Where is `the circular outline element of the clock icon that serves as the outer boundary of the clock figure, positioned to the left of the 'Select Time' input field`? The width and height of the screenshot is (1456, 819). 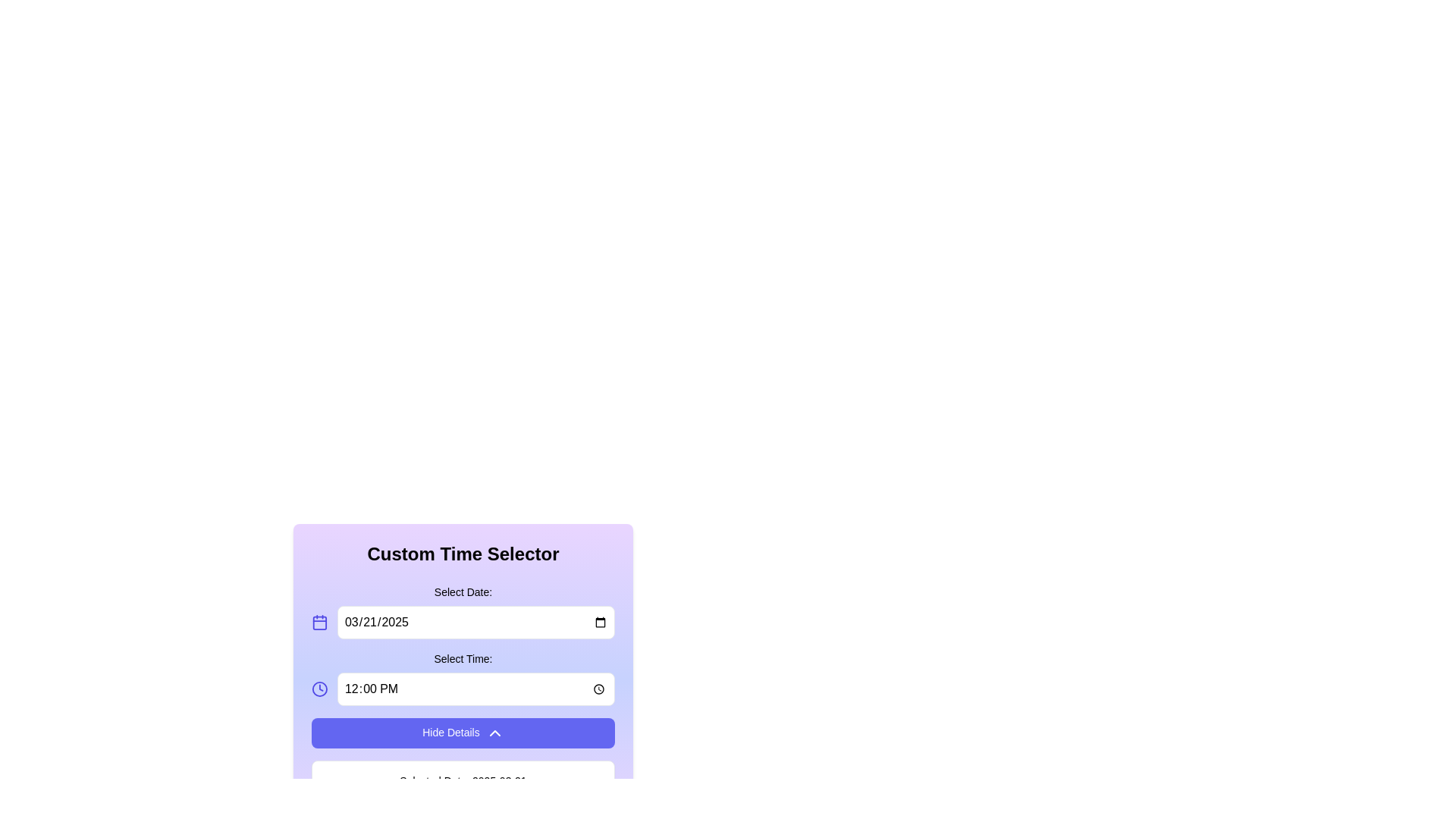
the circular outline element of the clock icon that serves as the outer boundary of the clock figure, positioned to the left of the 'Select Time' input field is located at coordinates (319, 689).